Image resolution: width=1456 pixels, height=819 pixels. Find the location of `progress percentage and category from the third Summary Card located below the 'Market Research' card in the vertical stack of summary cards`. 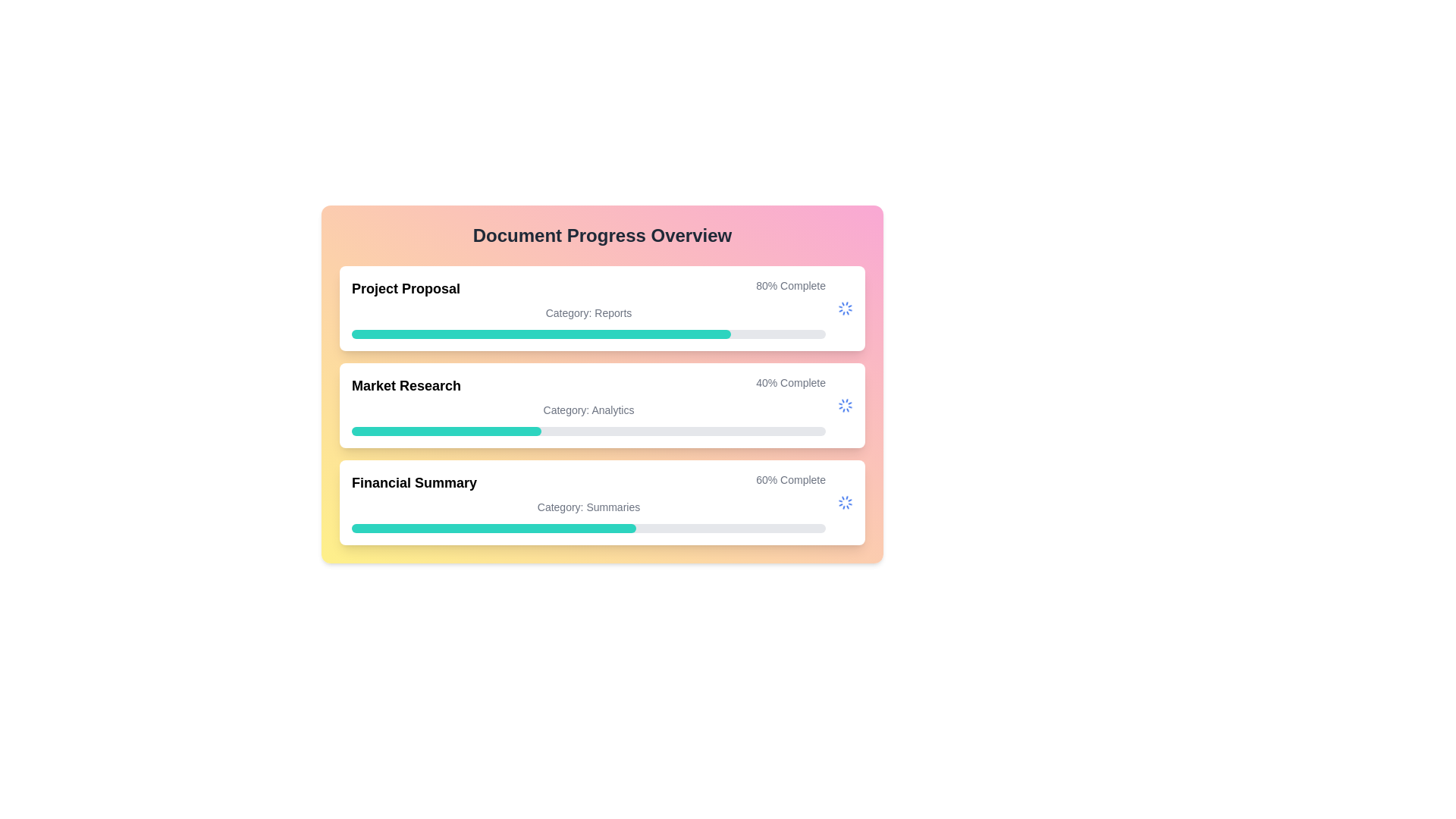

progress percentage and category from the third Summary Card located below the 'Market Research' card in the vertical stack of summary cards is located at coordinates (601, 503).